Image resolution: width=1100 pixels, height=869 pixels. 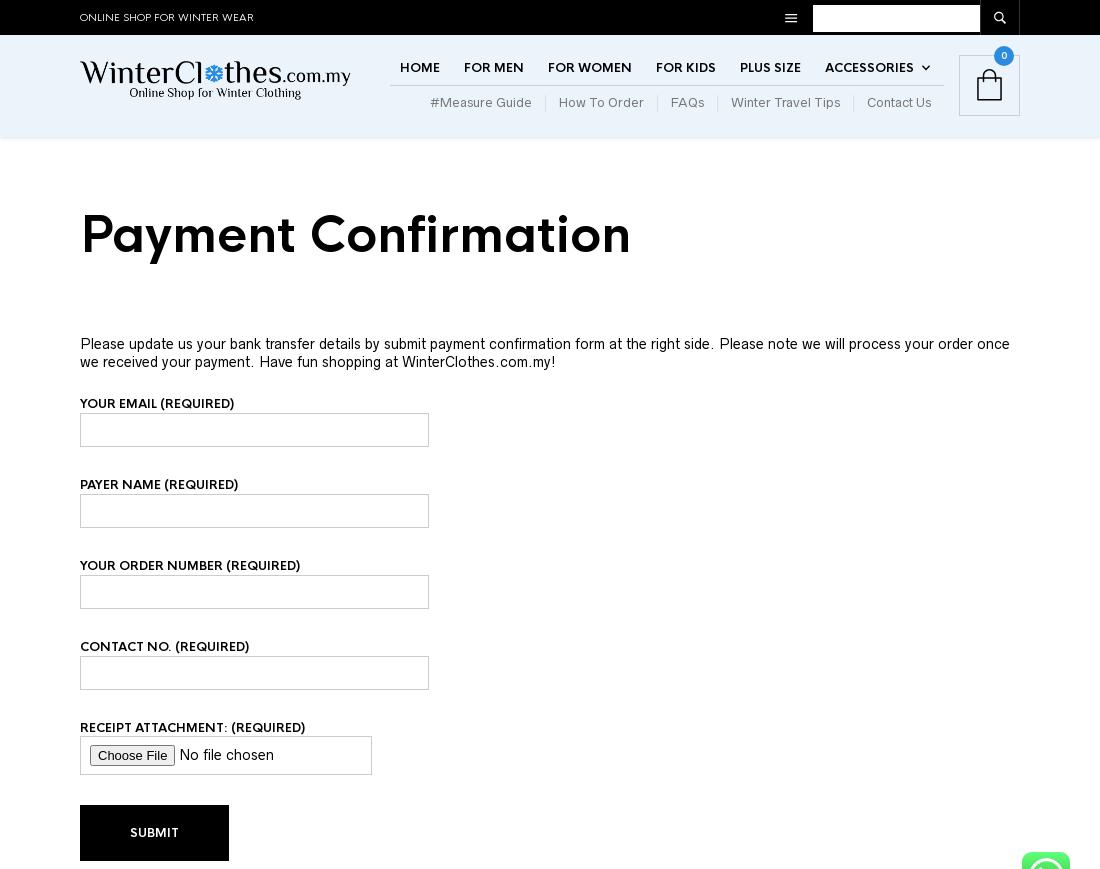 I want to click on '#Measure Guide', so click(x=428, y=120).